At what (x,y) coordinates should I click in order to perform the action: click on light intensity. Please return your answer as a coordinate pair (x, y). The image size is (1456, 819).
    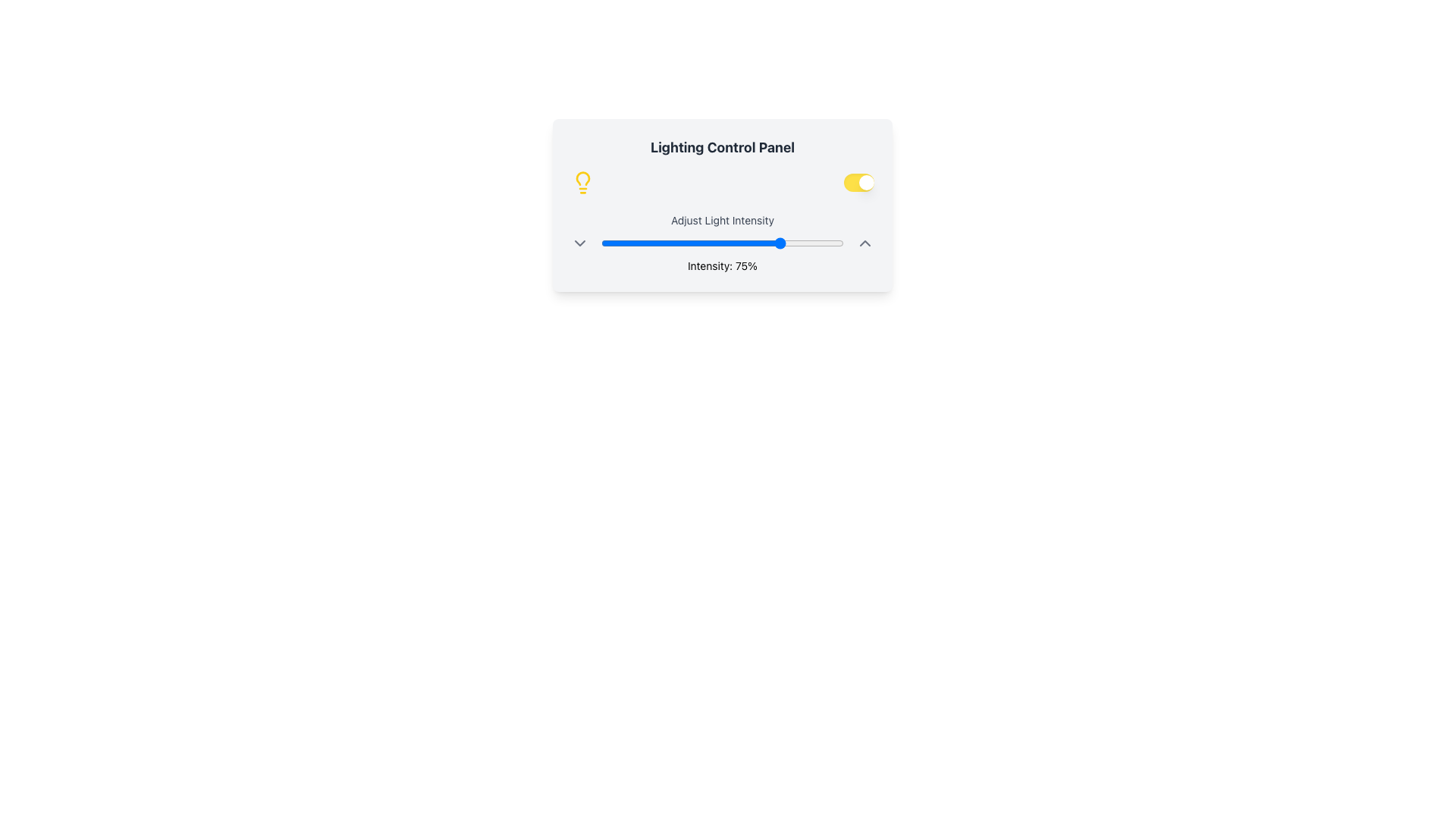
    Looking at the image, I should click on (826, 242).